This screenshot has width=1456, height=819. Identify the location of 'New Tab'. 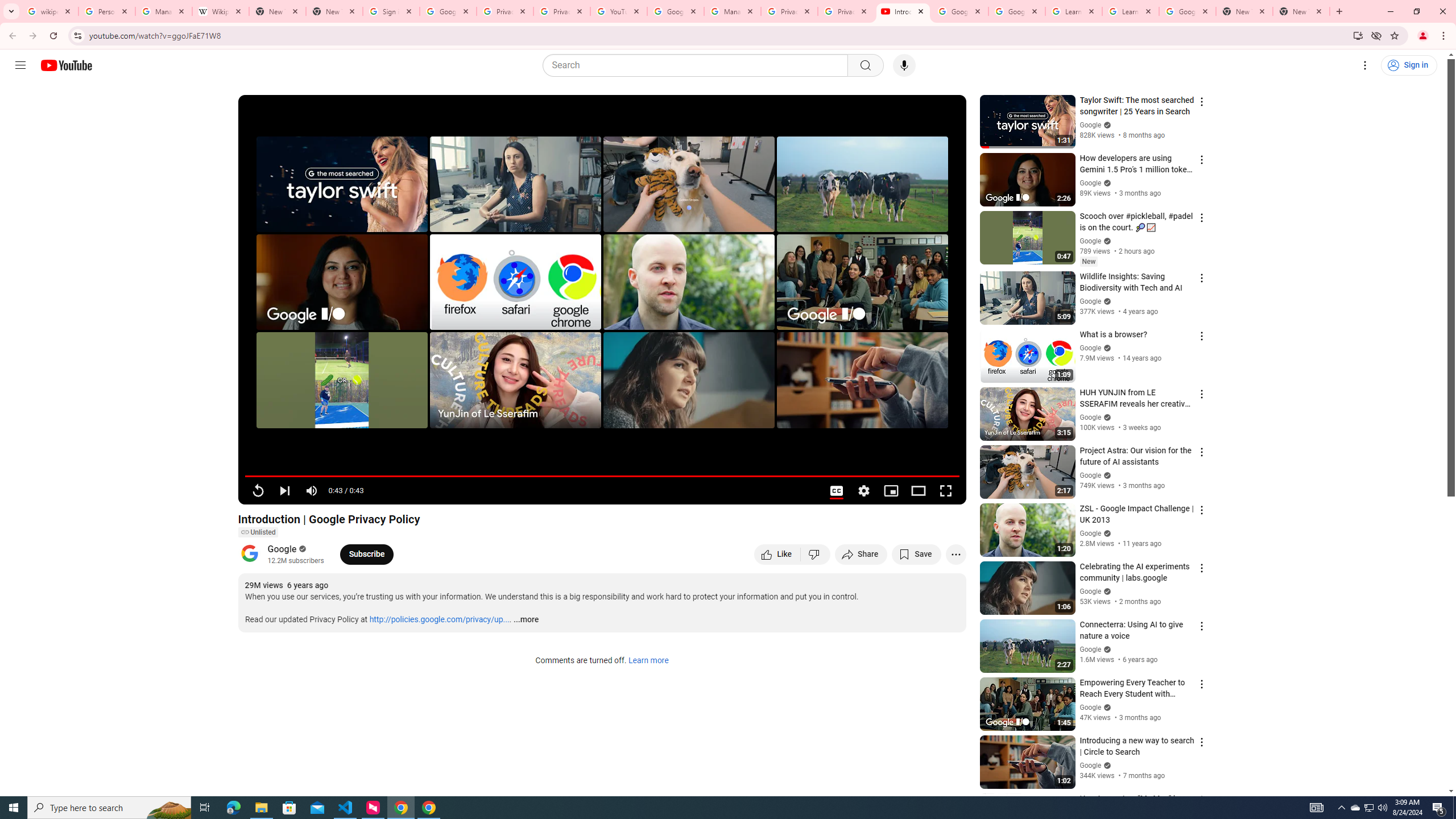
(1301, 11).